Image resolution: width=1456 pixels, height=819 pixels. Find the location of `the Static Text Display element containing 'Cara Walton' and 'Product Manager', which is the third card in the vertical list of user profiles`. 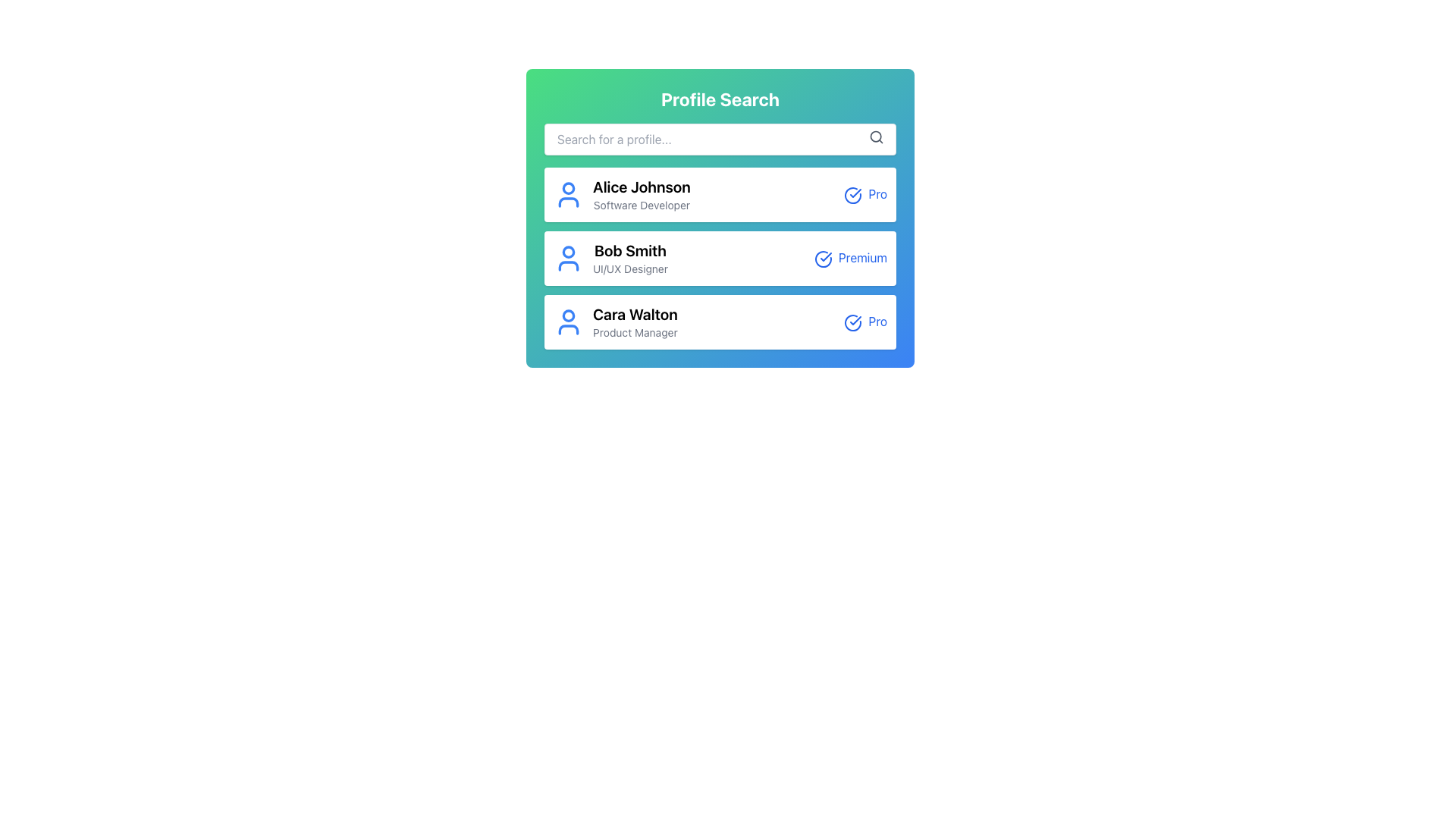

the Static Text Display element containing 'Cara Walton' and 'Product Manager', which is the third card in the vertical list of user profiles is located at coordinates (635, 321).